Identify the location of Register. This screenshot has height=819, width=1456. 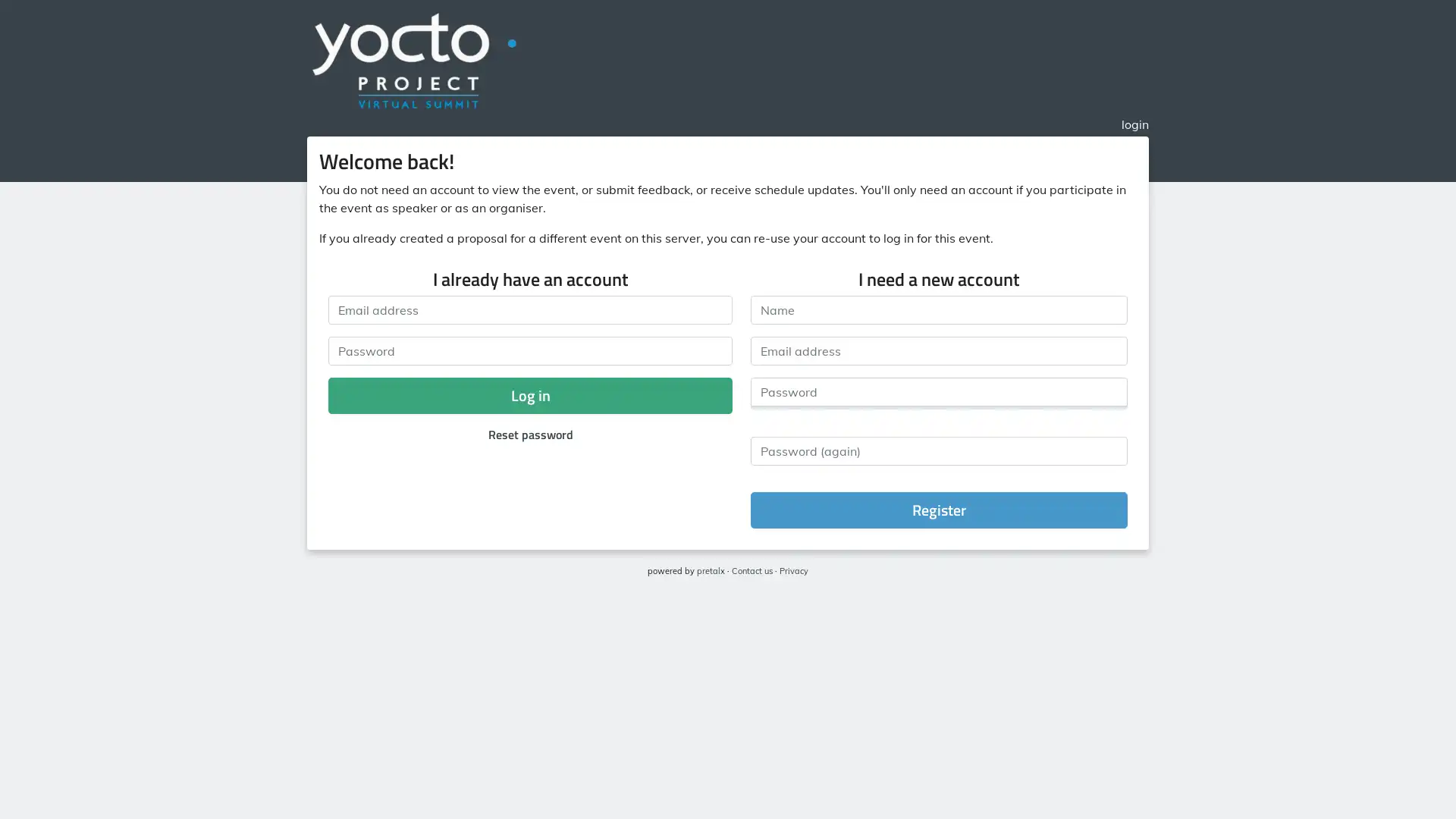
(938, 509).